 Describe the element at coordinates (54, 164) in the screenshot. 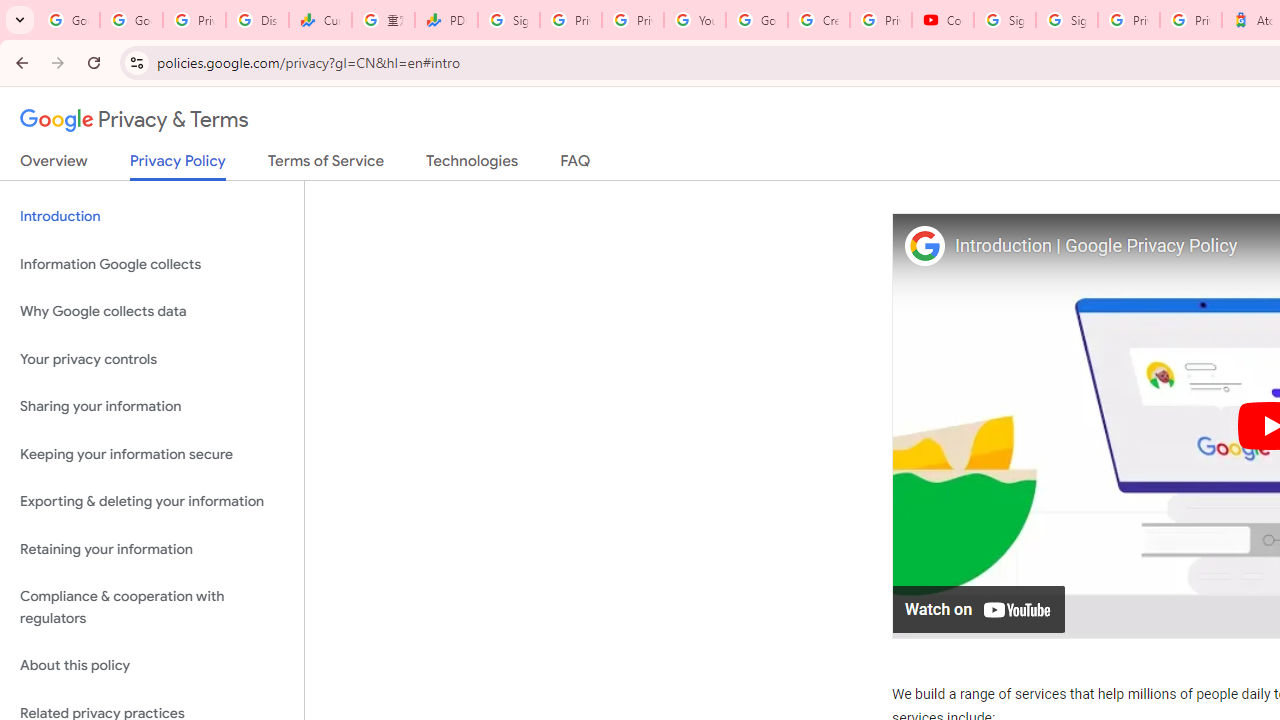

I see `'Overview'` at that location.